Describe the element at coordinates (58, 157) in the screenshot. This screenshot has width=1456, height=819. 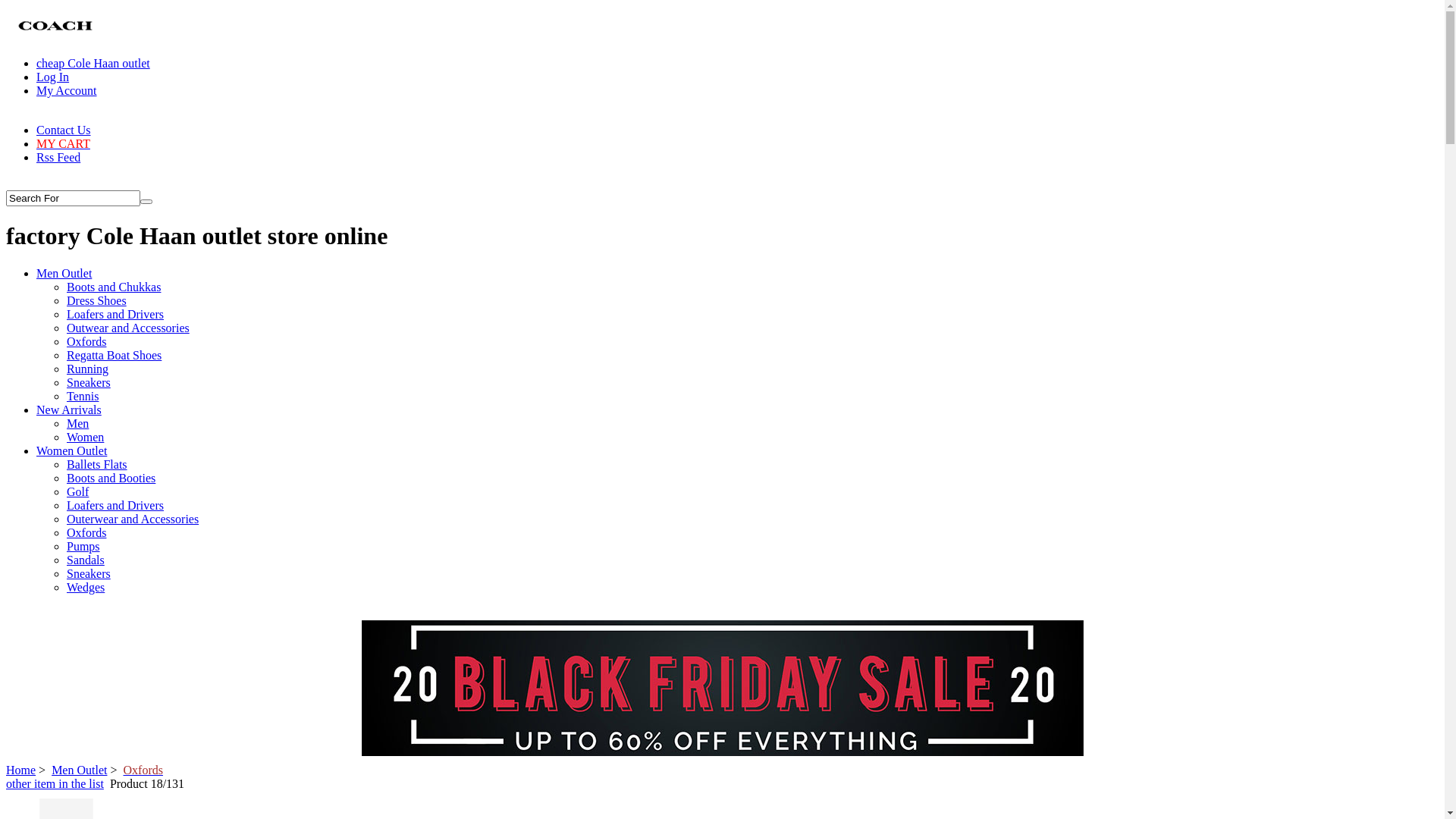
I see `'Rss Feed'` at that location.